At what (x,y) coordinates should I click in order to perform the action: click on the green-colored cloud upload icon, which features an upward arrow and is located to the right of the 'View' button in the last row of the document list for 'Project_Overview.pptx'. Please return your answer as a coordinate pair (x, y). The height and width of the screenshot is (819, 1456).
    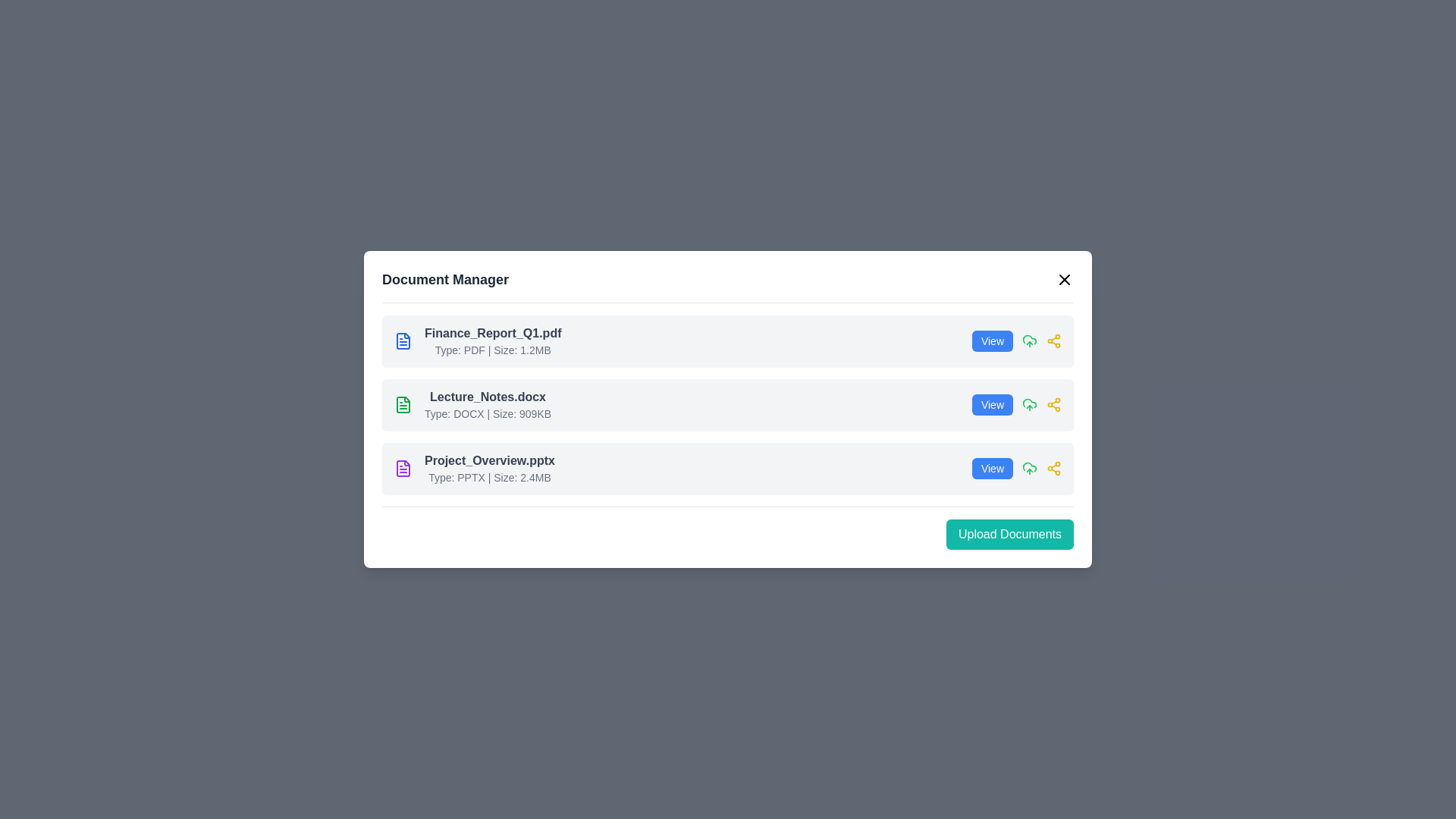
    Looking at the image, I should click on (1030, 467).